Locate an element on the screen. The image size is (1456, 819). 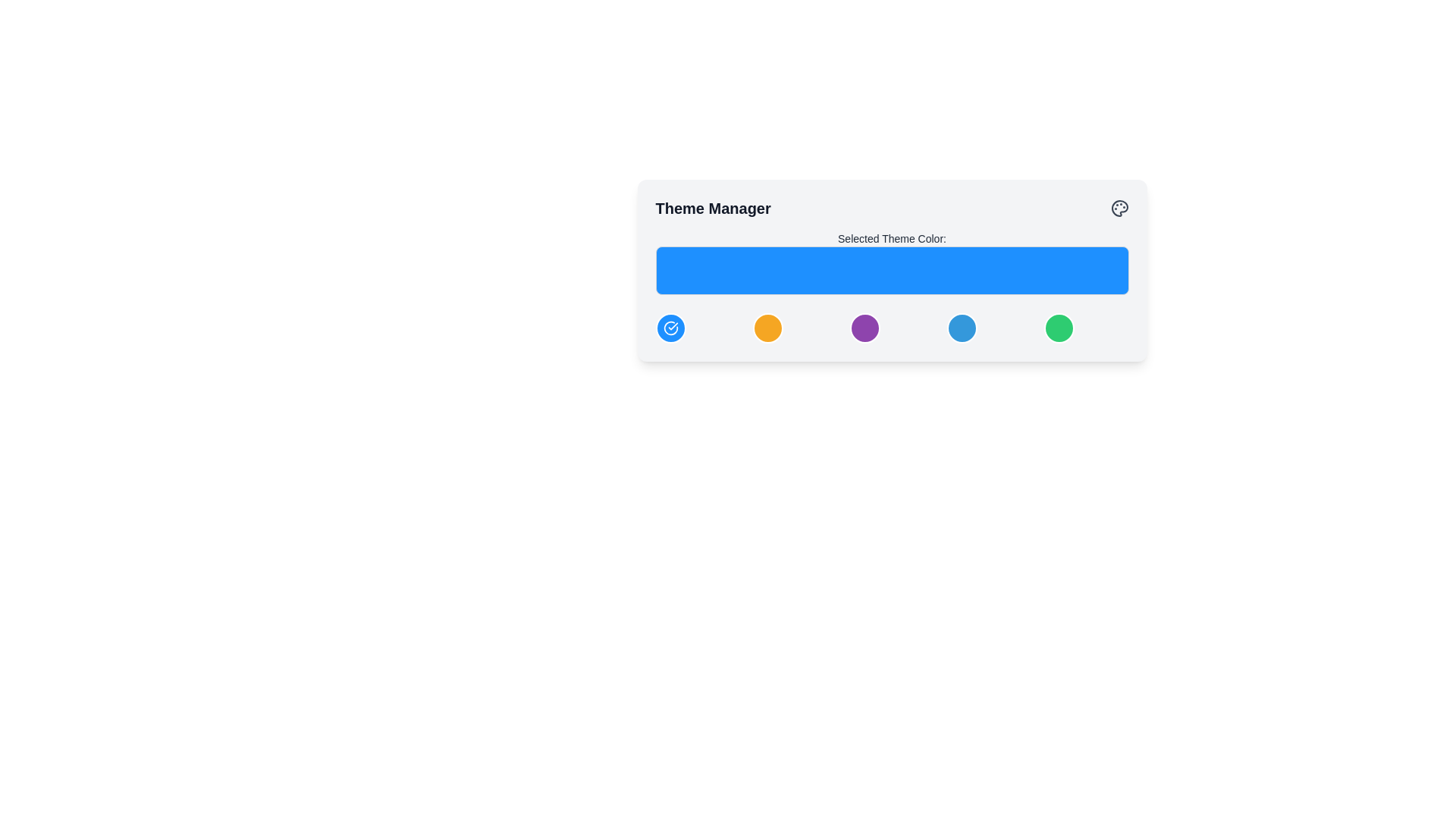
the vivid orange circular button with a white border located beneath the 'Selected Theme Color' bar is located at coordinates (767, 327).